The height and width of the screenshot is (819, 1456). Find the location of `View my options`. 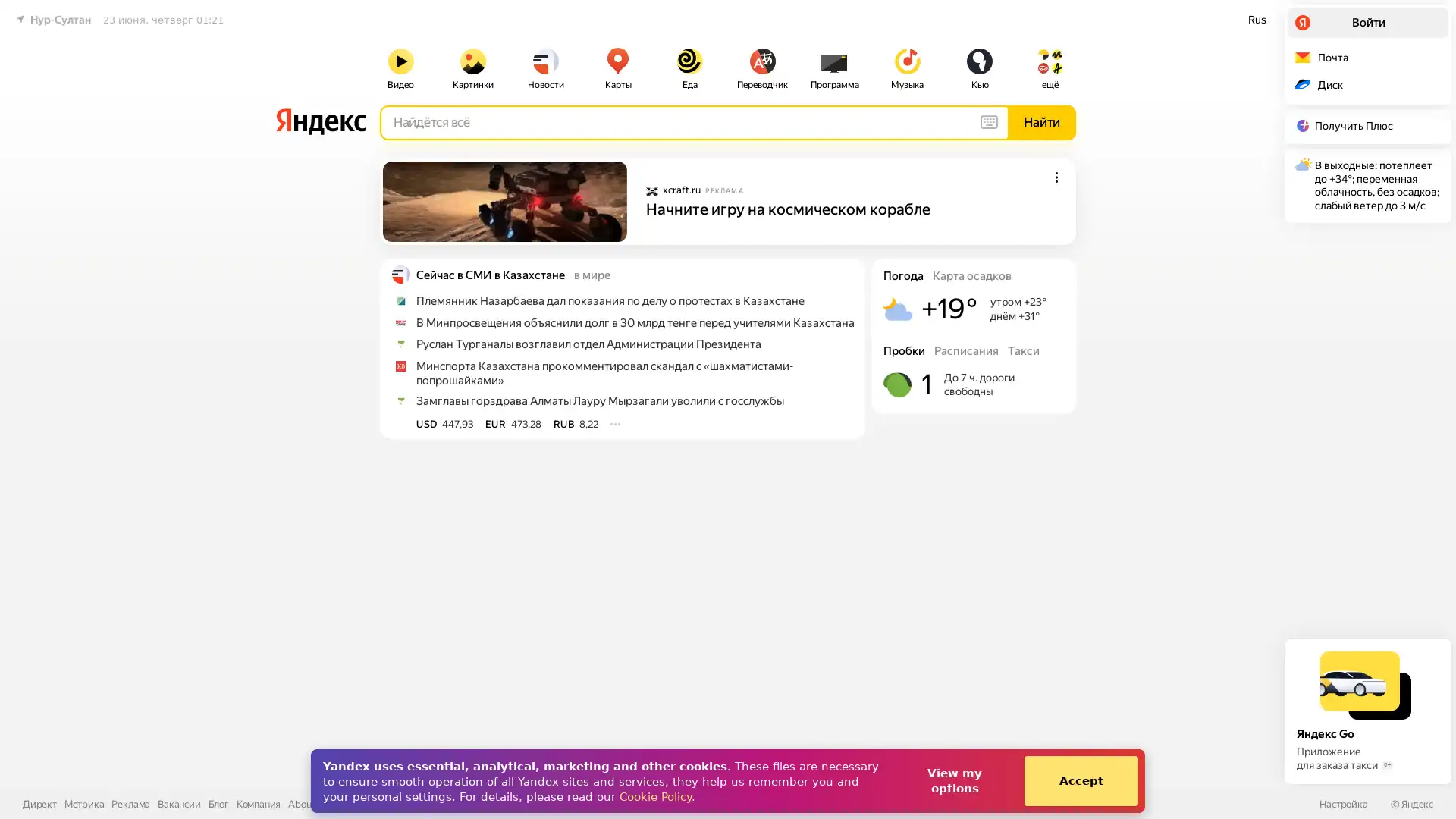

View my options is located at coordinates (953, 780).